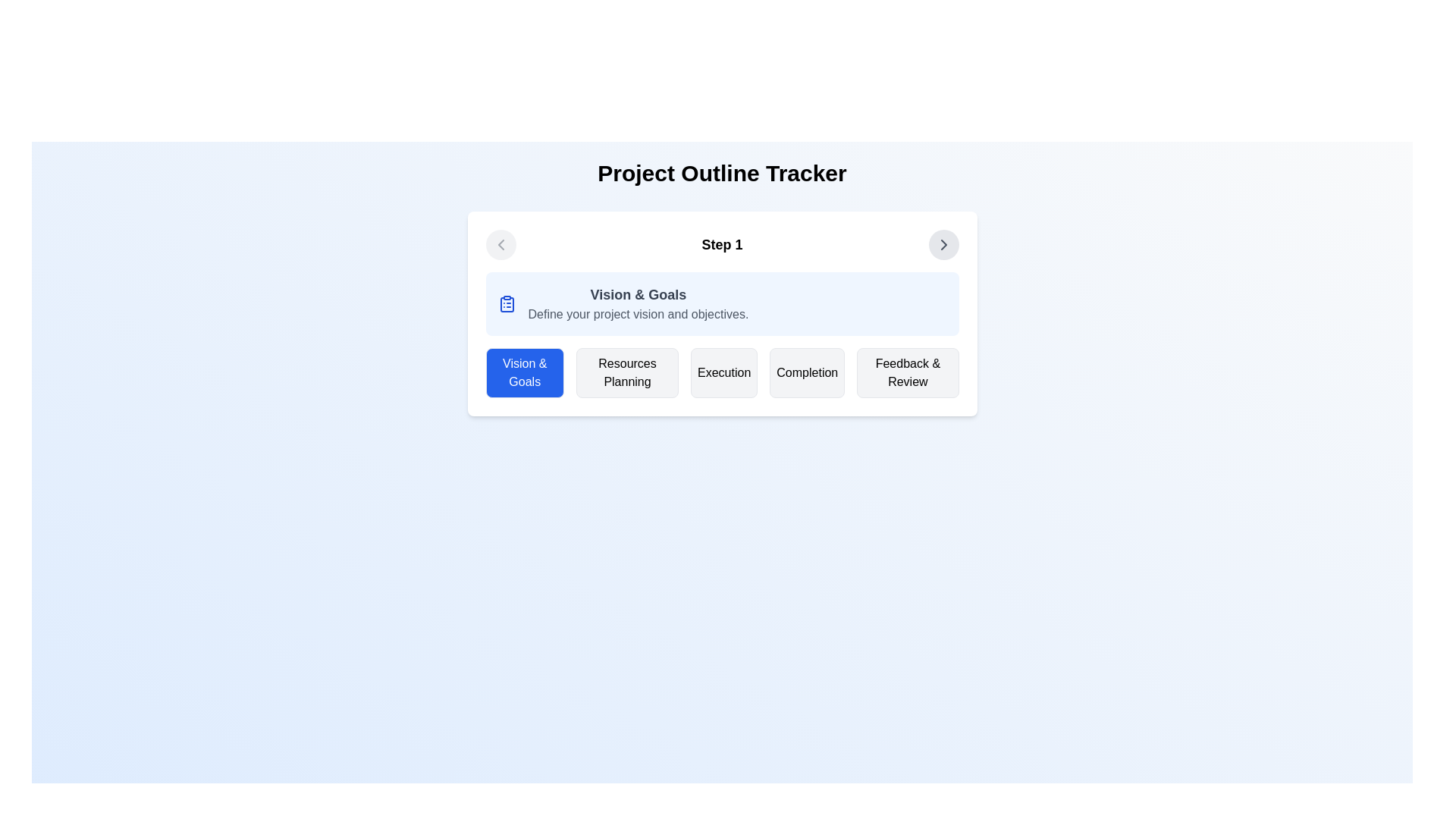 This screenshot has width=1456, height=819. What do you see at coordinates (500, 244) in the screenshot?
I see `the circular icon button on the left side of the header bar labeled 'Step 1'` at bounding box center [500, 244].